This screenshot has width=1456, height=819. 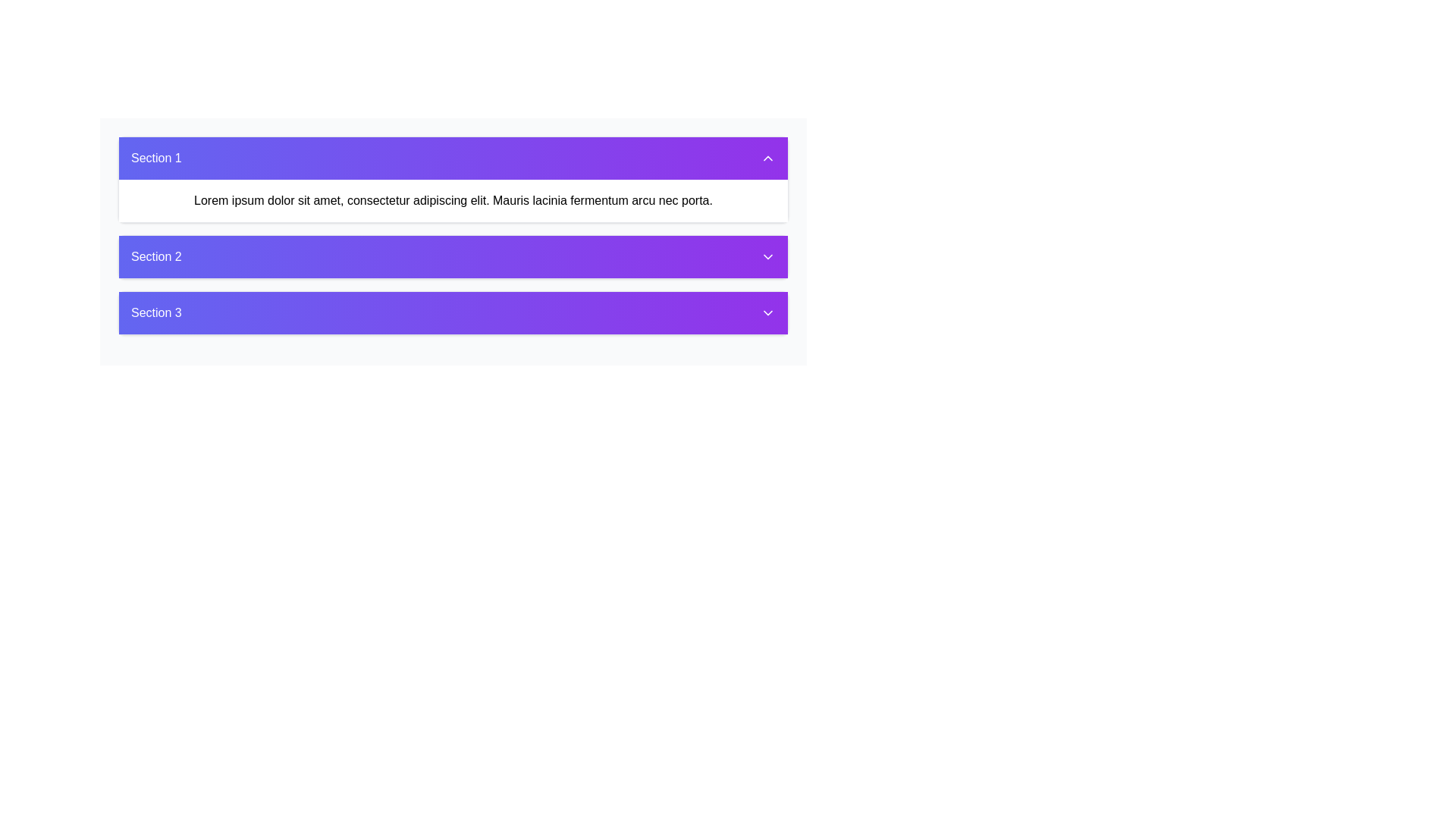 What do you see at coordinates (453, 200) in the screenshot?
I see `the text block containing the phrase 'Lorem ipsum dolor sit amet, consectetur adipiscing elit. Mauris lacinia fermentum arcu nec porta.' which is located below the header 'Section 1'` at bounding box center [453, 200].